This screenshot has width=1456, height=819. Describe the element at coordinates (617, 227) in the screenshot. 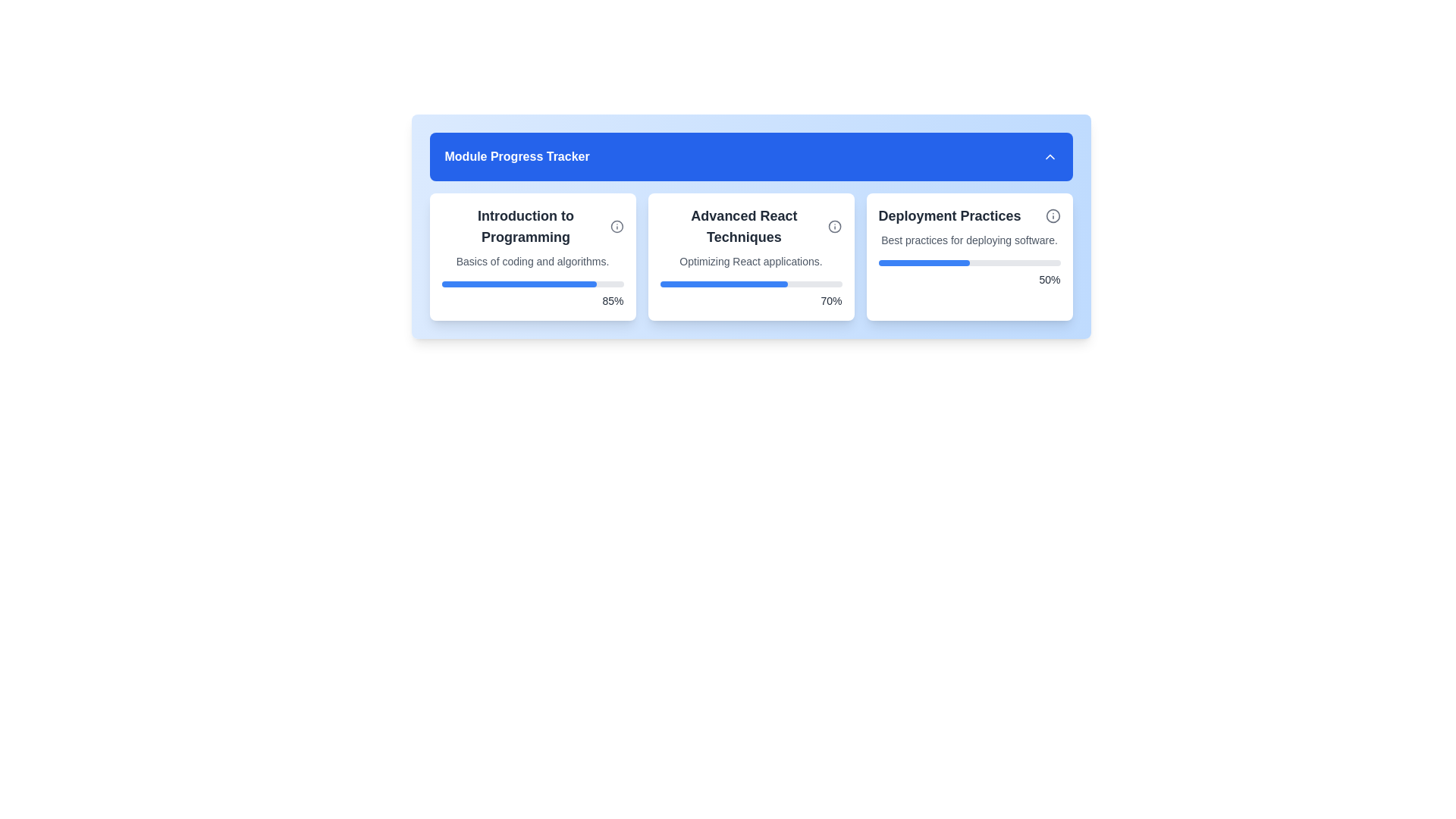

I see `the information indicator icon located at the top-right corner of the 'Introduction to Programming' card, adjacent to the title text` at that location.